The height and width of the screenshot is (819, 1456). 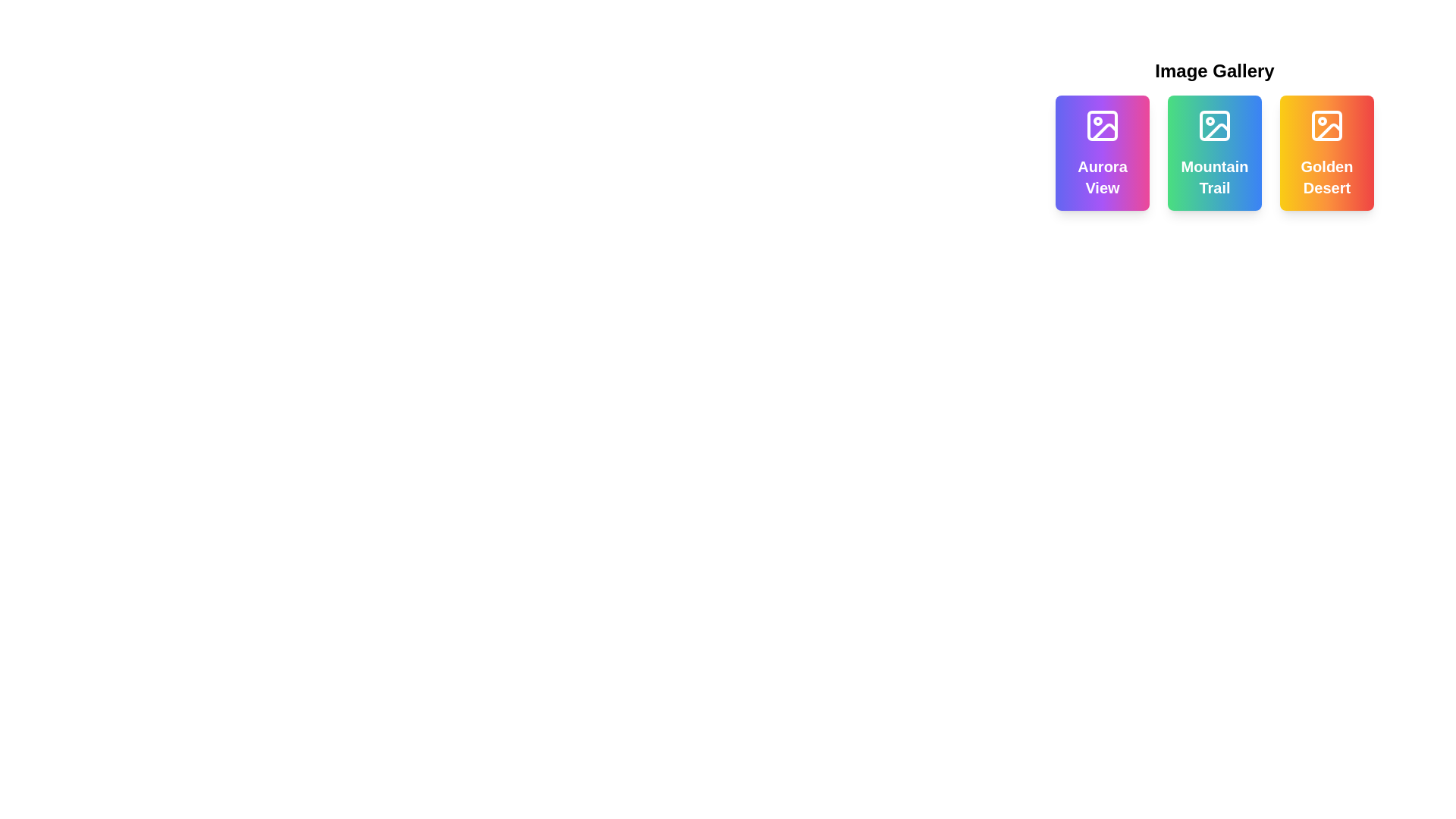 What do you see at coordinates (1326, 152) in the screenshot?
I see `the rectangular card with a gradient background transitioning from yellow to orange to red, which contains a centered white icon of an image and the text 'Golden Desert' in bold white letters beneath the icon` at bounding box center [1326, 152].